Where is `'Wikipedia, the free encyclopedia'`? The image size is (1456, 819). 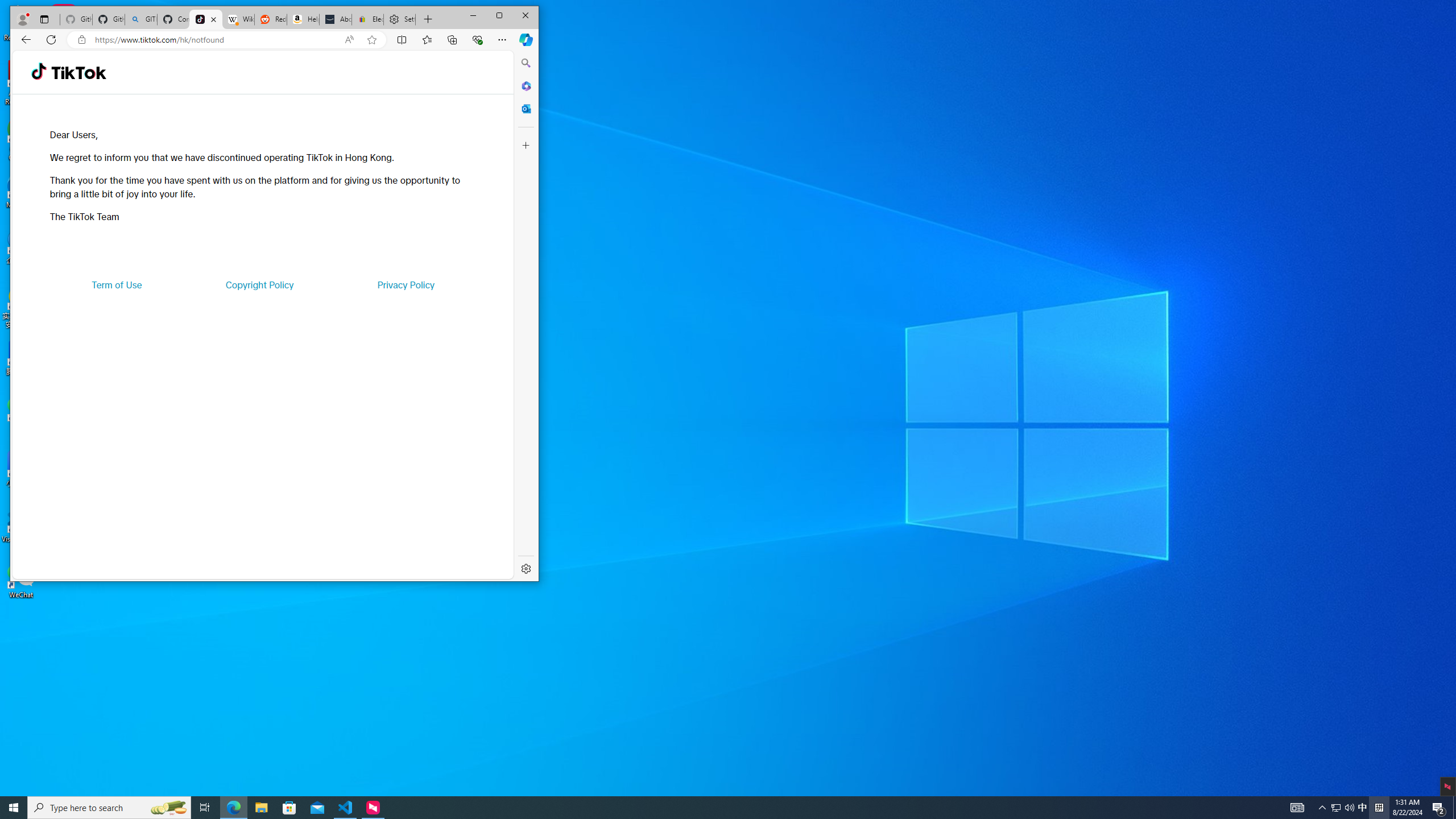 'Wikipedia, the free encyclopedia' is located at coordinates (237, 19).